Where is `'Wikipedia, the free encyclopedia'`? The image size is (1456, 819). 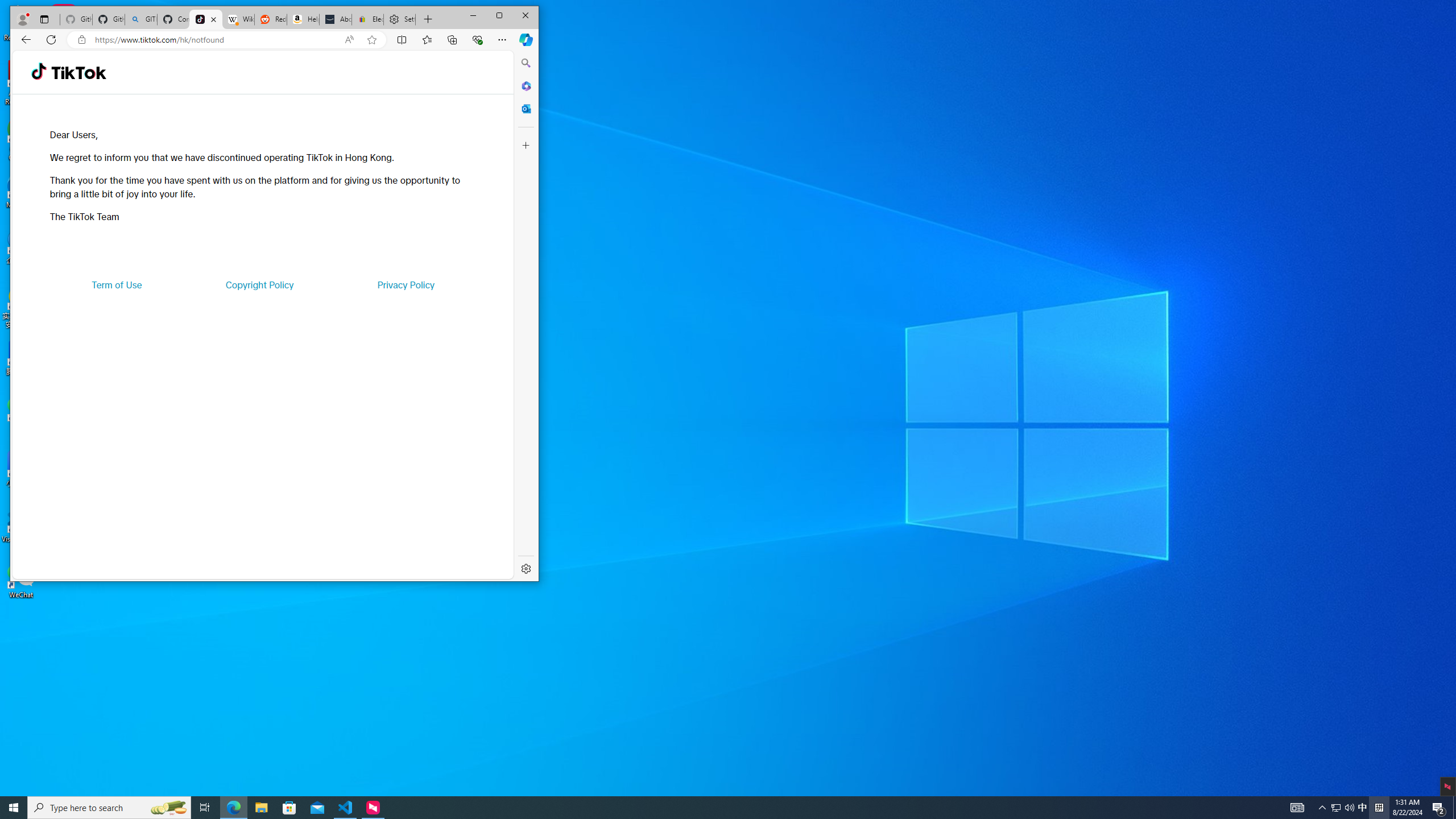 'Wikipedia, the free encyclopedia' is located at coordinates (237, 19).